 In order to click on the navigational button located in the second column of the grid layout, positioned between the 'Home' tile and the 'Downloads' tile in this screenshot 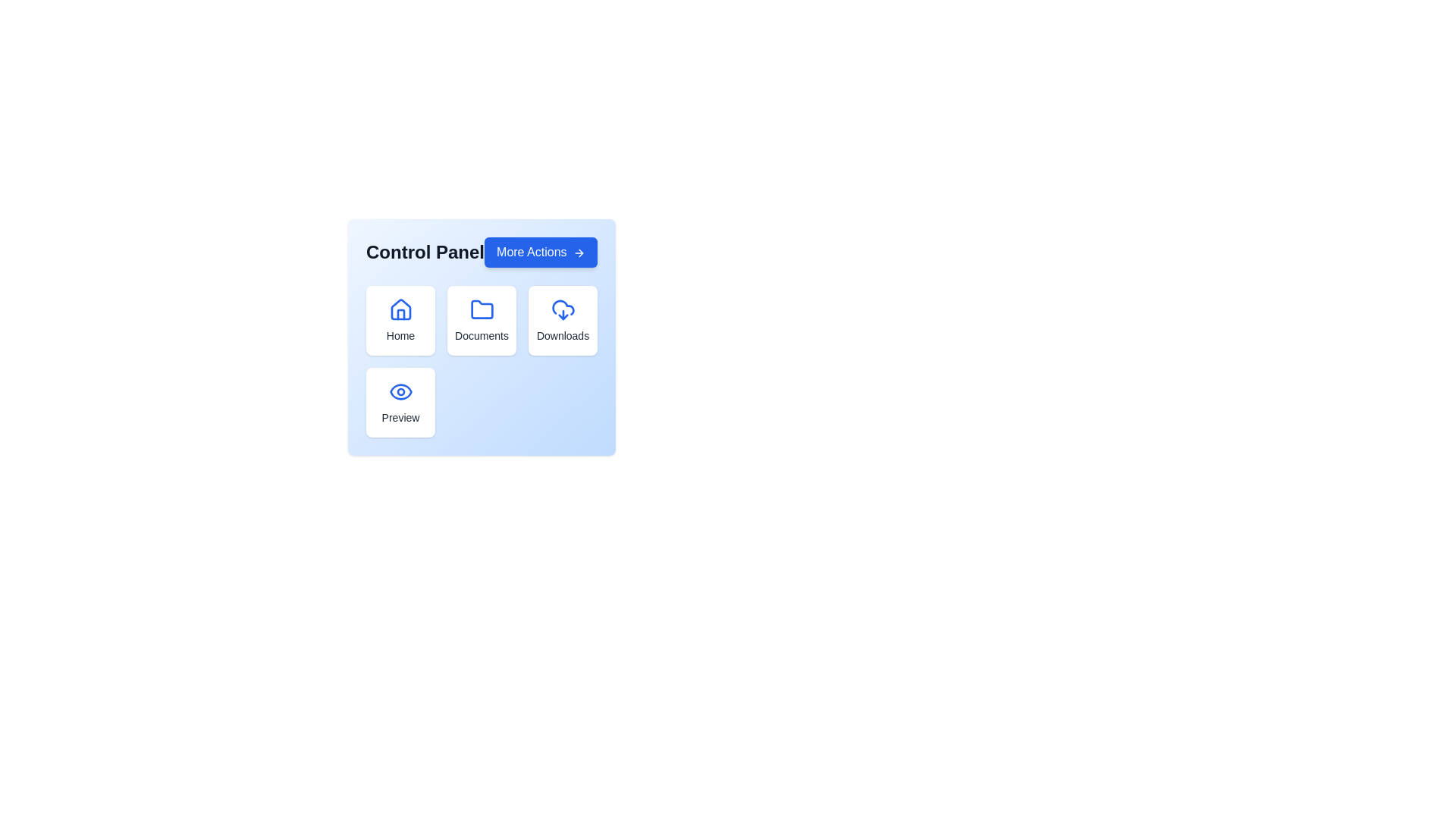, I will do `click(481, 320)`.